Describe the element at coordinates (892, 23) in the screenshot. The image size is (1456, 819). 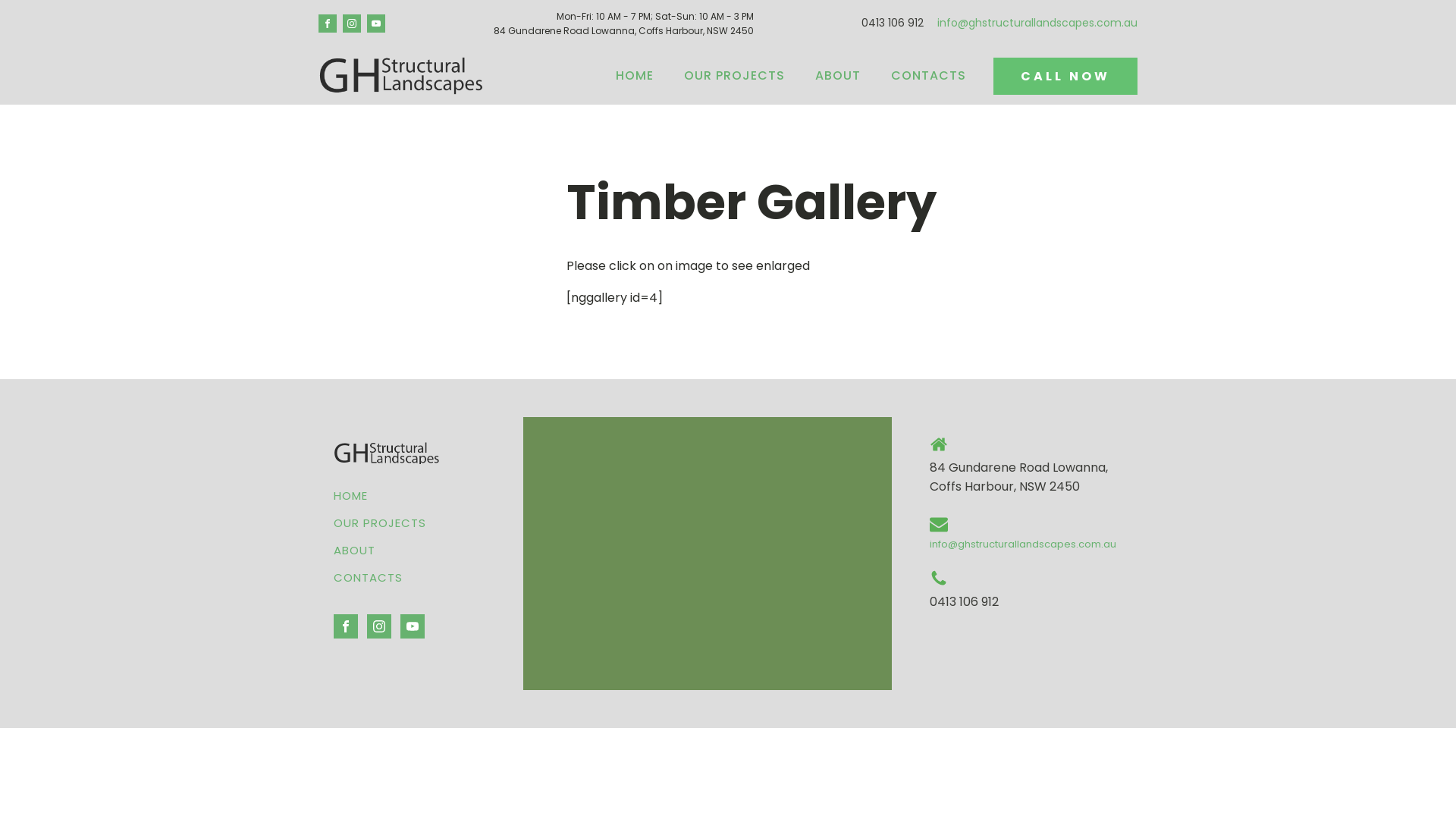
I see `'0413 106 912'` at that location.